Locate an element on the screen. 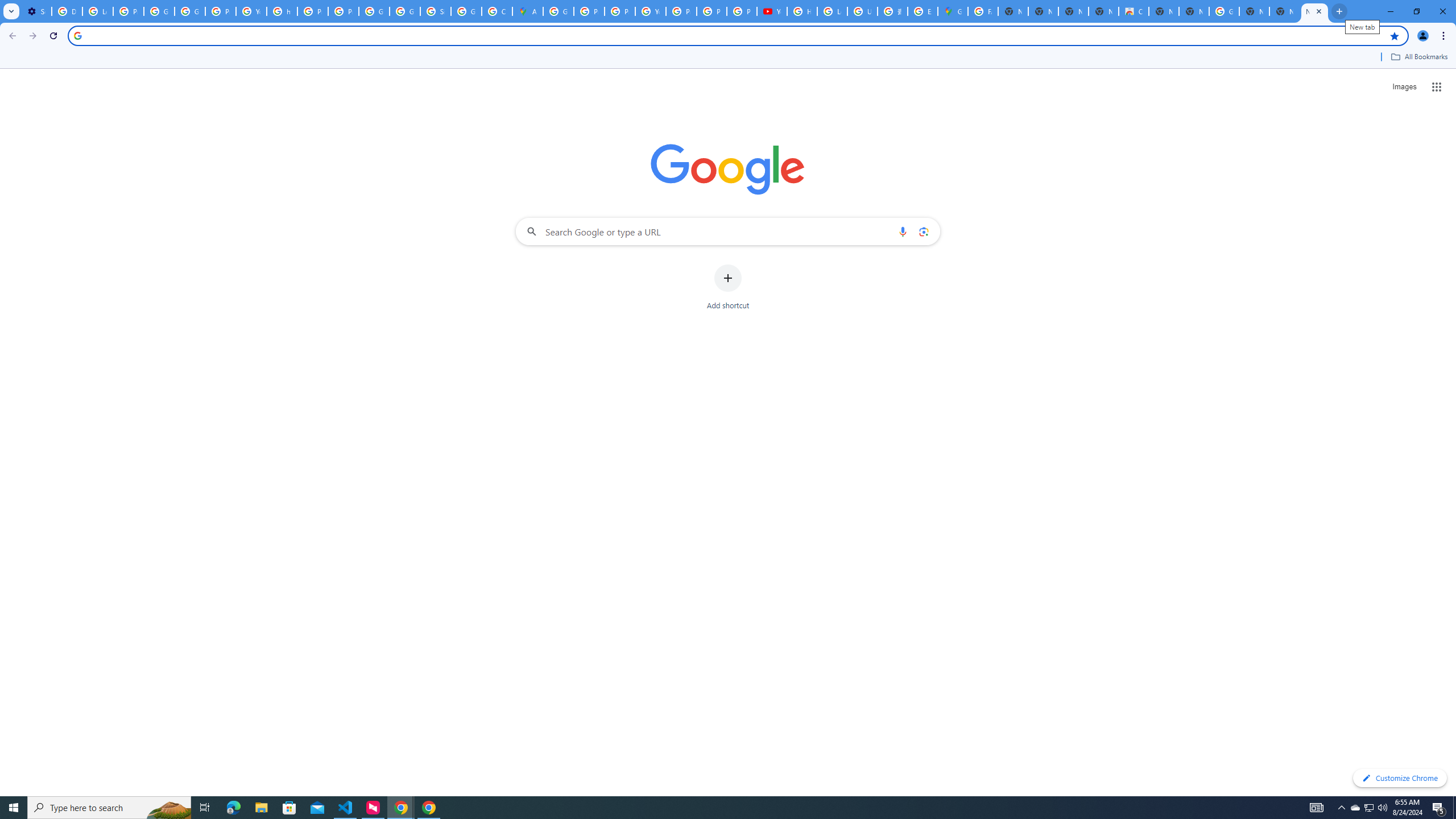 The height and width of the screenshot is (819, 1456). 'Search Google or type a URL' is located at coordinates (728, 230).